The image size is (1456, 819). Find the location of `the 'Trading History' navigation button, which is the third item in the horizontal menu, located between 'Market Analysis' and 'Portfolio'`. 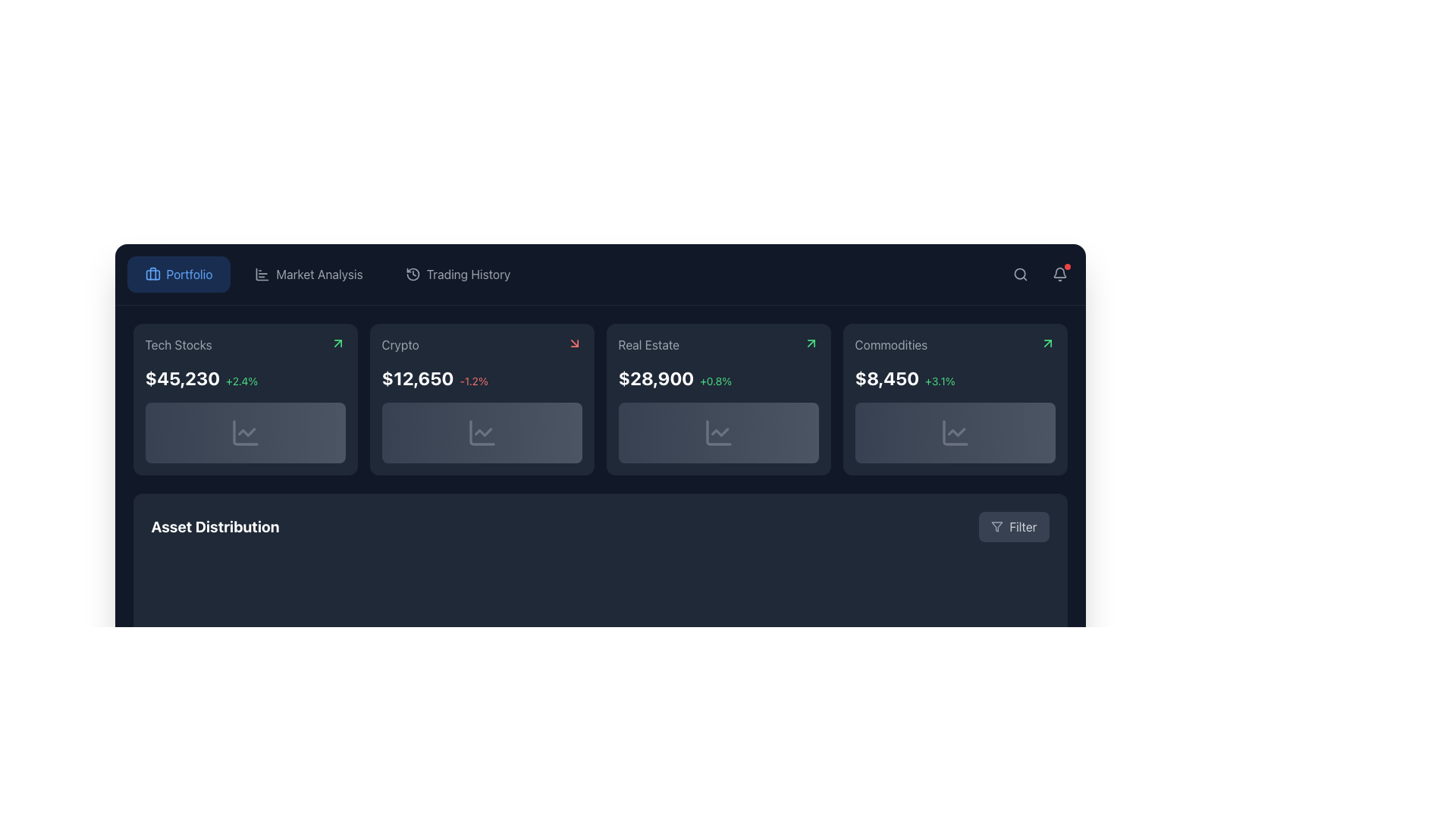

the 'Trading History' navigation button, which is the third item in the horizontal menu, located between 'Market Analysis' and 'Portfolio' is located at coordinates (457, 275).